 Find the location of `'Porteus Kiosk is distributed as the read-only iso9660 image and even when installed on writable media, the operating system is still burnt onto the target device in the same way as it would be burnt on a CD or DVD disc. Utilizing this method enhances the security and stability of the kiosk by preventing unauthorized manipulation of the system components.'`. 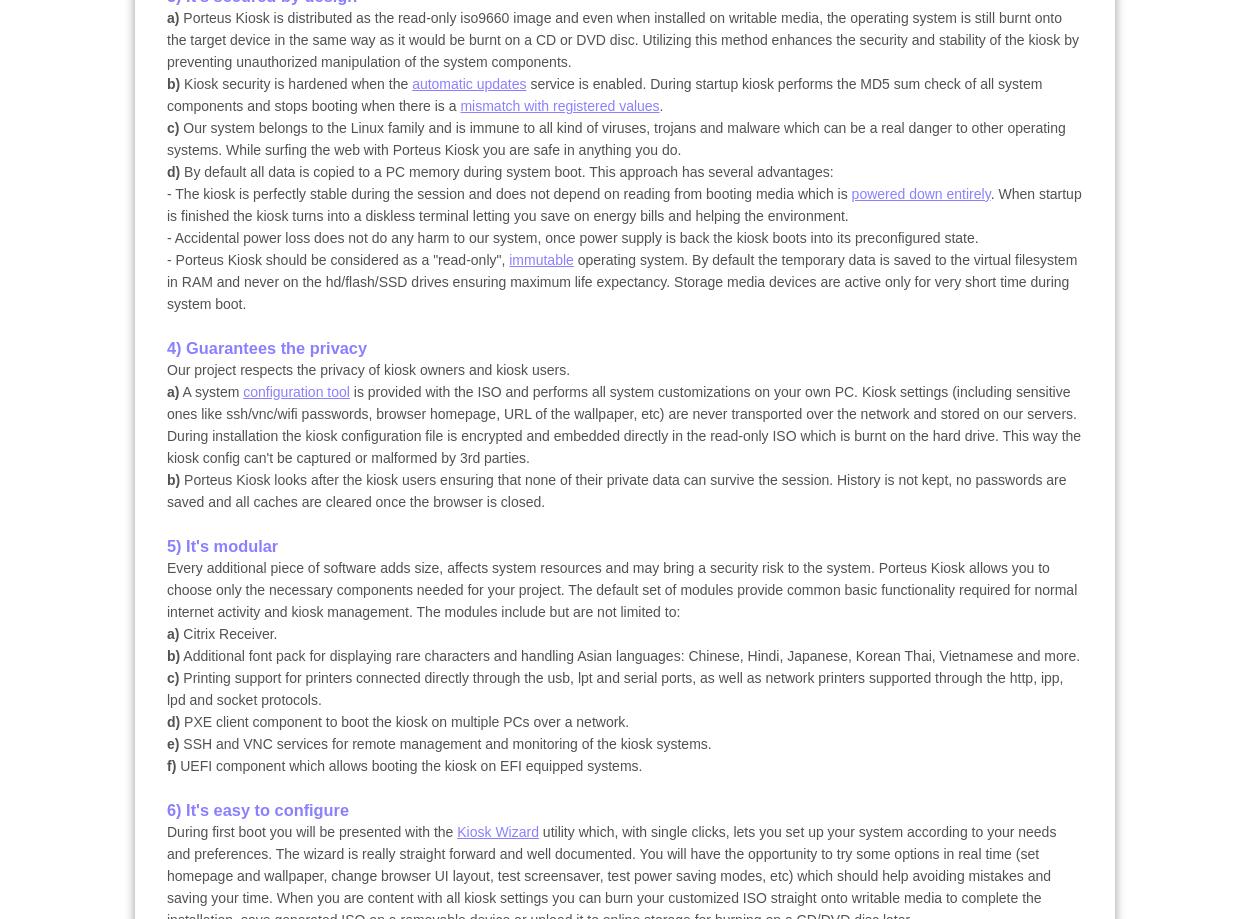

'Porteus Kiosk is distributed as the read-only iso9660 image and even when installed on writable media, the operating system is still burnt onto the target device in the same way as it would be burnt on a CD or DVD disc. Utilizing this method enhances the security and stability of the kiosk by preventing unauthorized manipulation of the system components.' is located at coordinates (622, 39).